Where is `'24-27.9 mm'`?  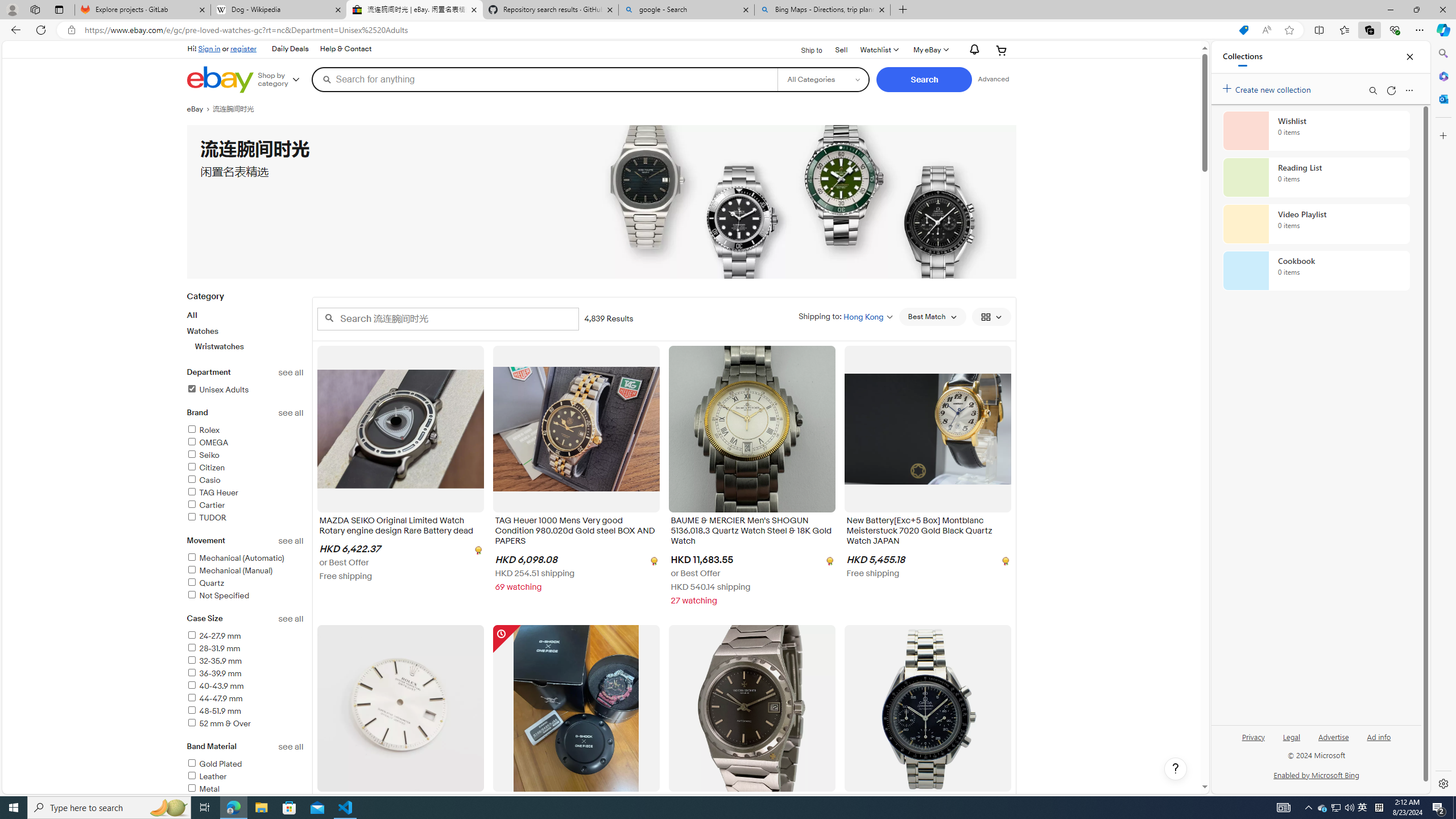 '24-27.9 mm' is located at coordinates (245, 636).